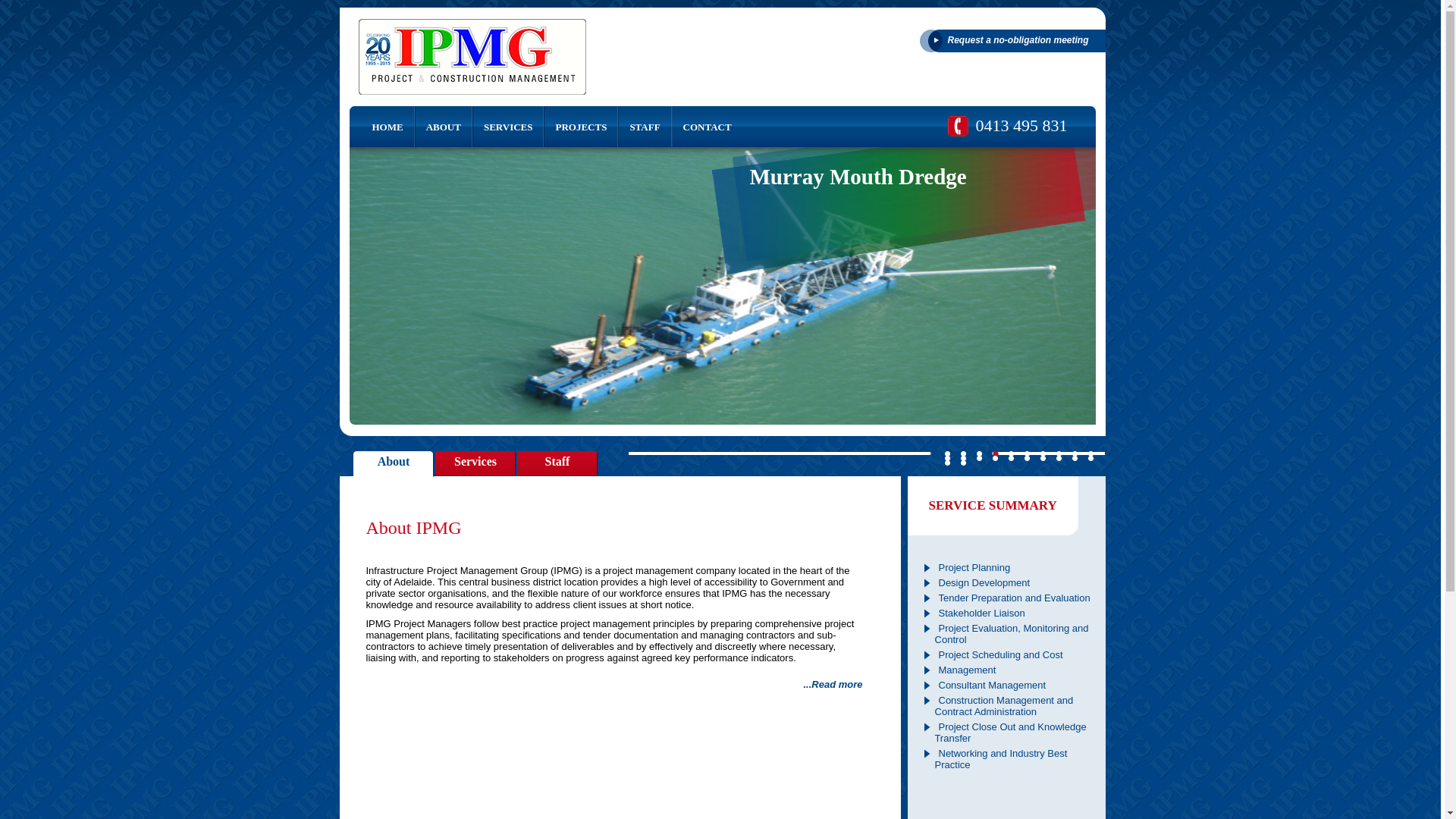 The width and height of the screenshot is (1456, 819). Describe the element at coordinates (443, 125) in the screenshot. I see `'ABOUT'` at that location.